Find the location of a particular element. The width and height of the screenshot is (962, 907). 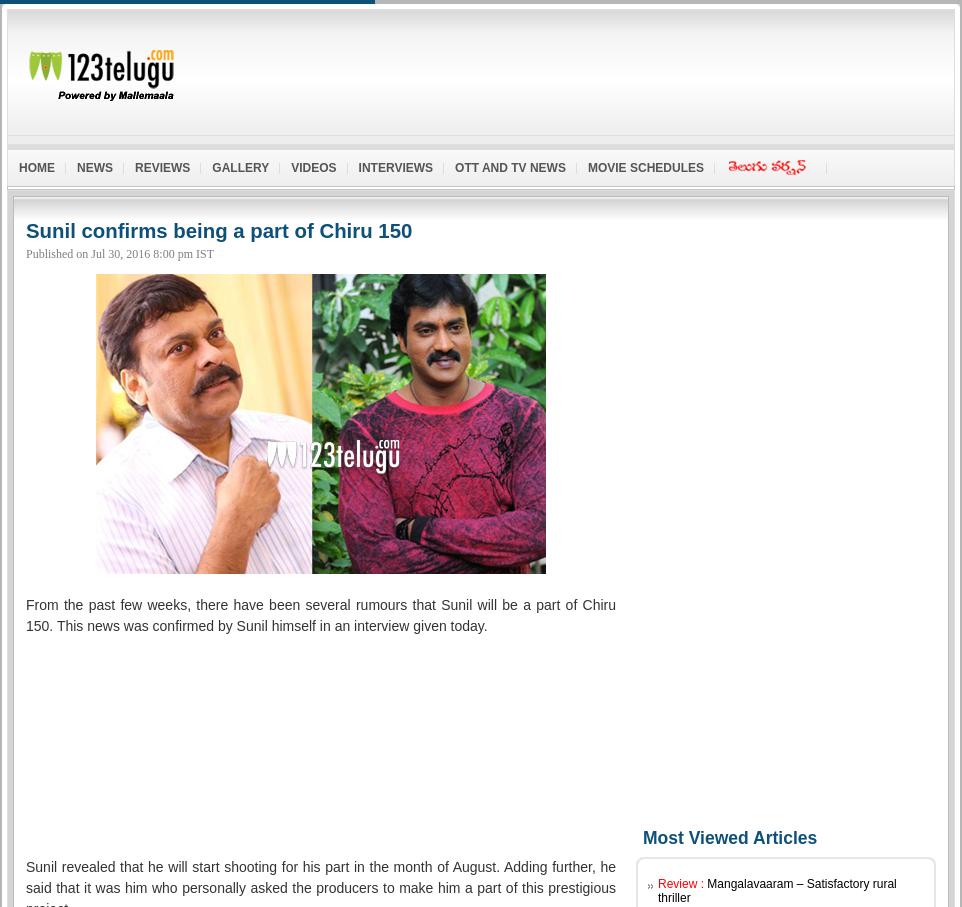

'Published on Jul 30, 2016 8:00 pm IST' is located at coordinates (118, 251).